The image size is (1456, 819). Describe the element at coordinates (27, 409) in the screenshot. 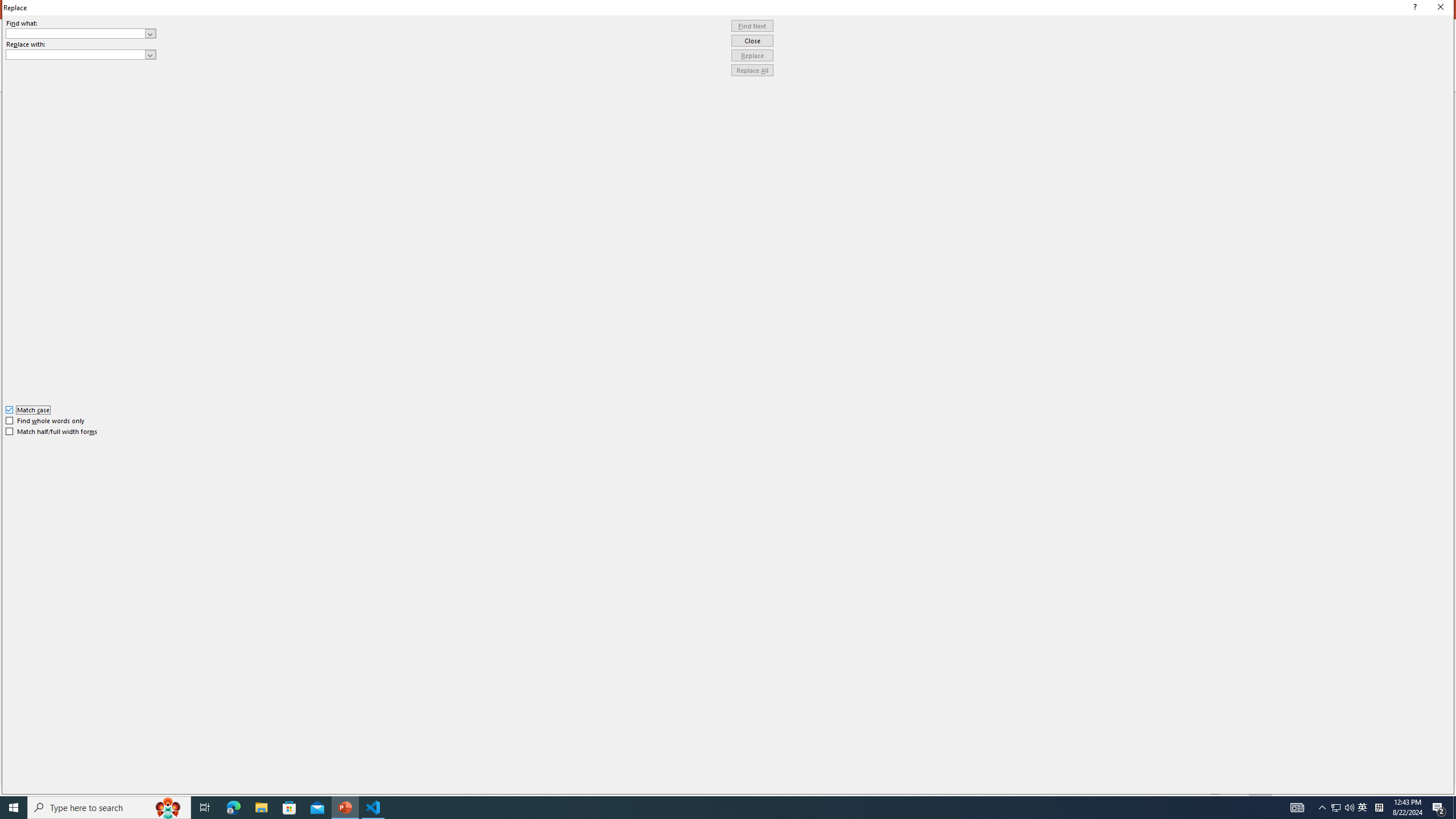

I see `'Match case'` at that location.